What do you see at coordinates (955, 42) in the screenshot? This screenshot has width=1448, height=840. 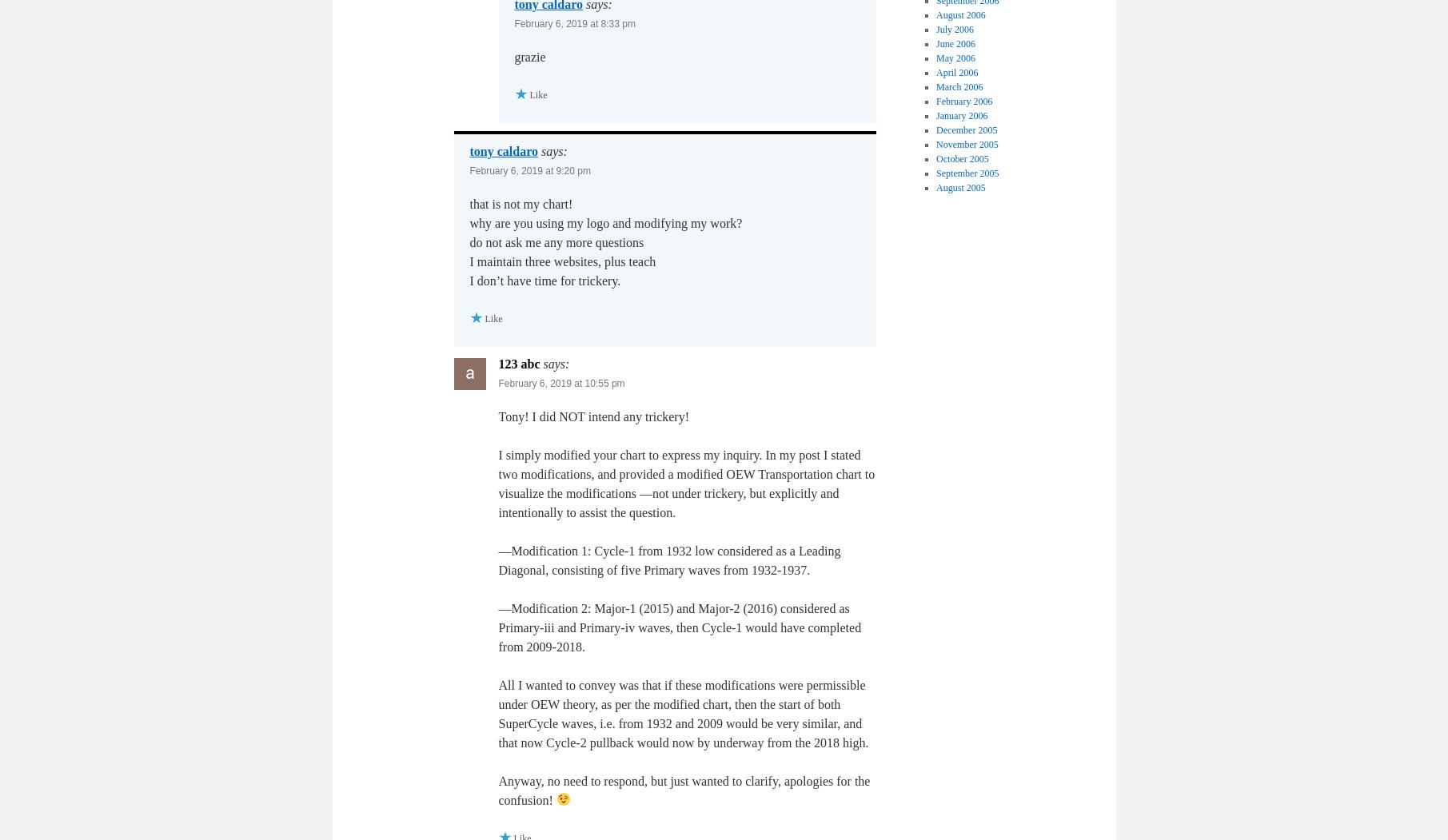 I see `'June 2006'` at bounding box center [955, 42].